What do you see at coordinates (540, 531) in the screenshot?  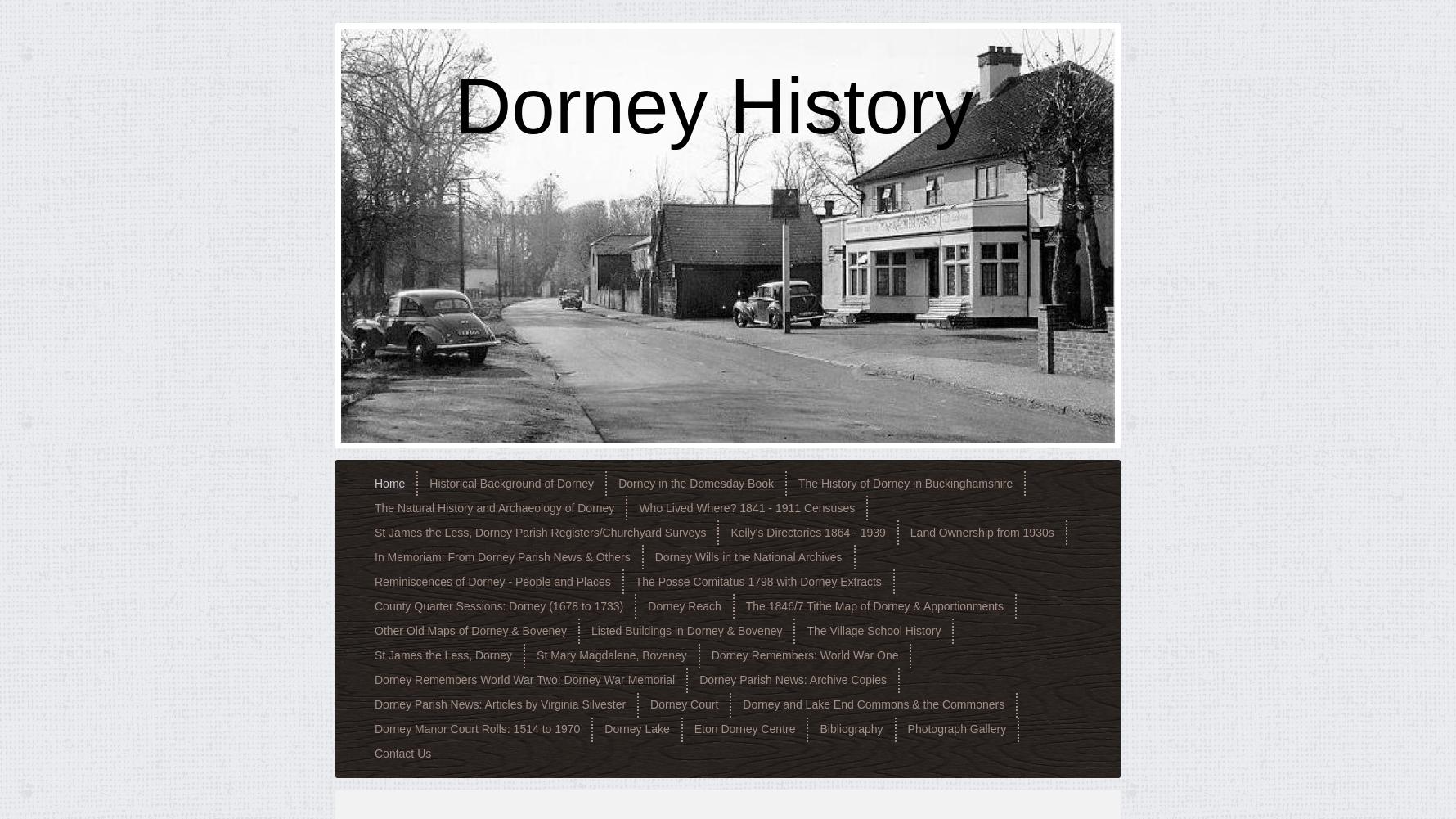 I see `'St James the Less, Dorney Parish Registers/Churchyard Surveys'` at bounding box center [540, 531].